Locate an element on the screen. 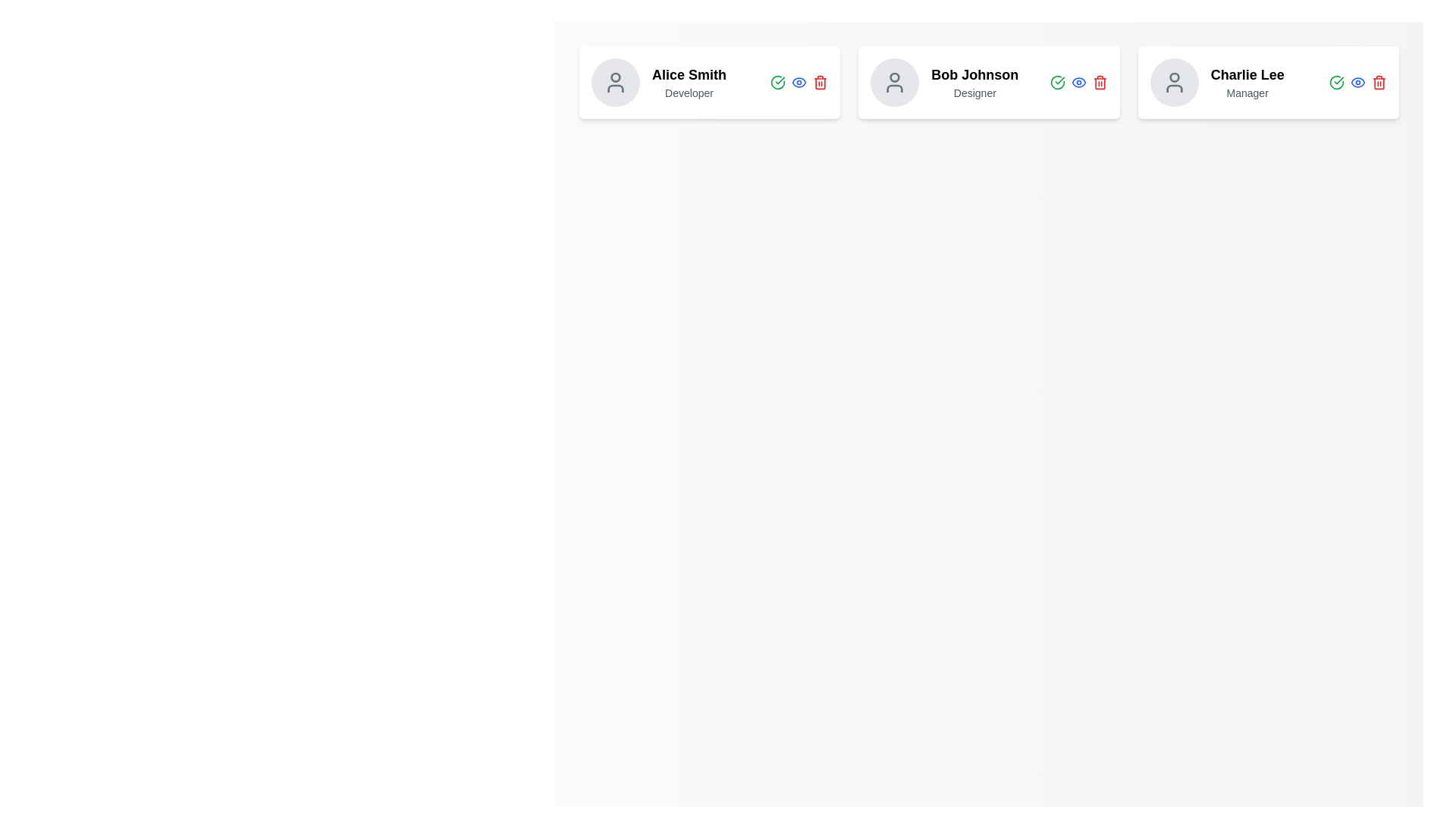 The width and height of the screenshot is (1456, 819). the blue eye icon button, which is the second button from the left in the card's top-right action buttons section is located at coordinates (799, 82).